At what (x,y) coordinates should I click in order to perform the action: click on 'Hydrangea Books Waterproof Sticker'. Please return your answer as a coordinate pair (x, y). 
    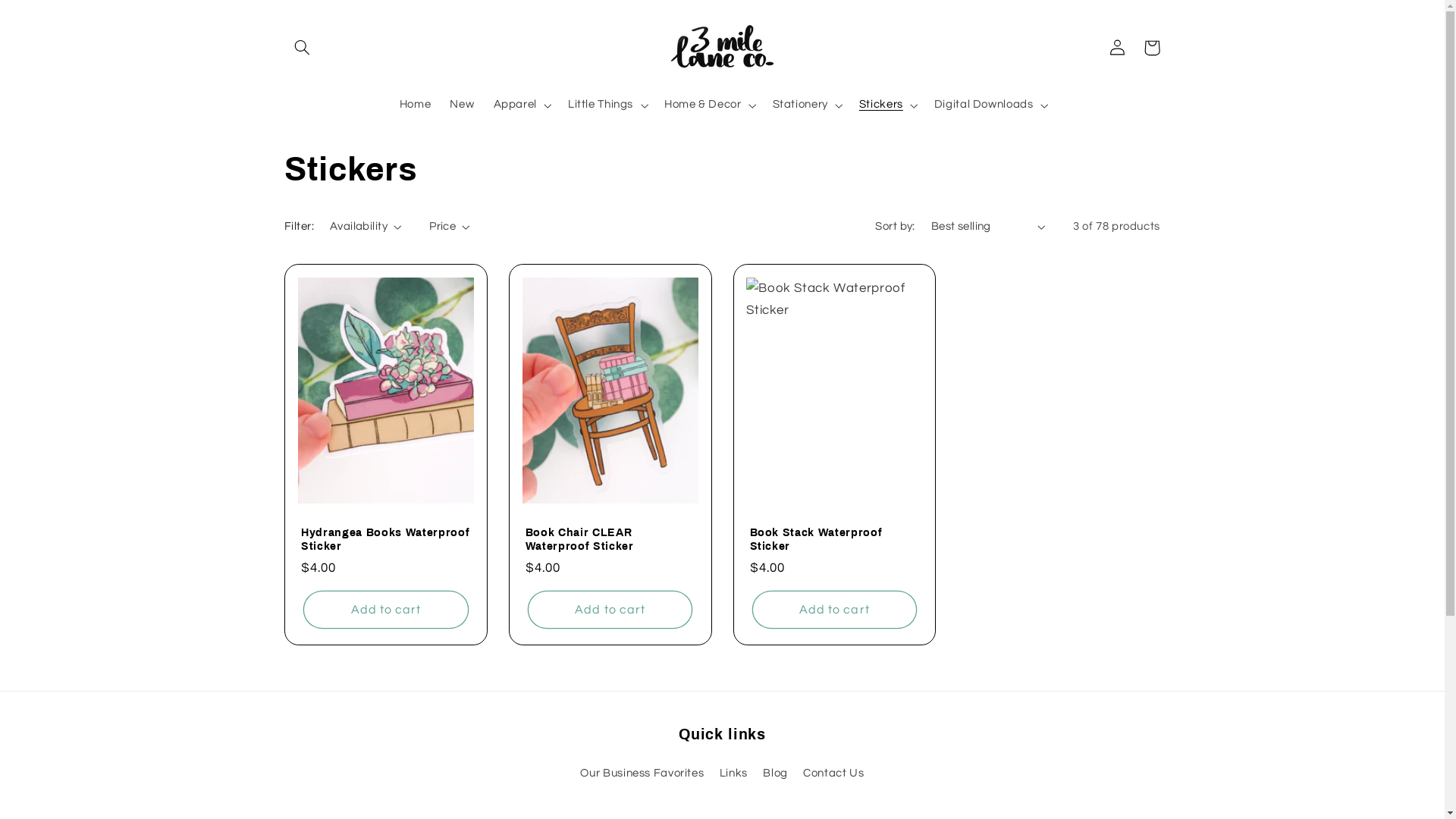
    Looking at the image, I should click on (385, 538).